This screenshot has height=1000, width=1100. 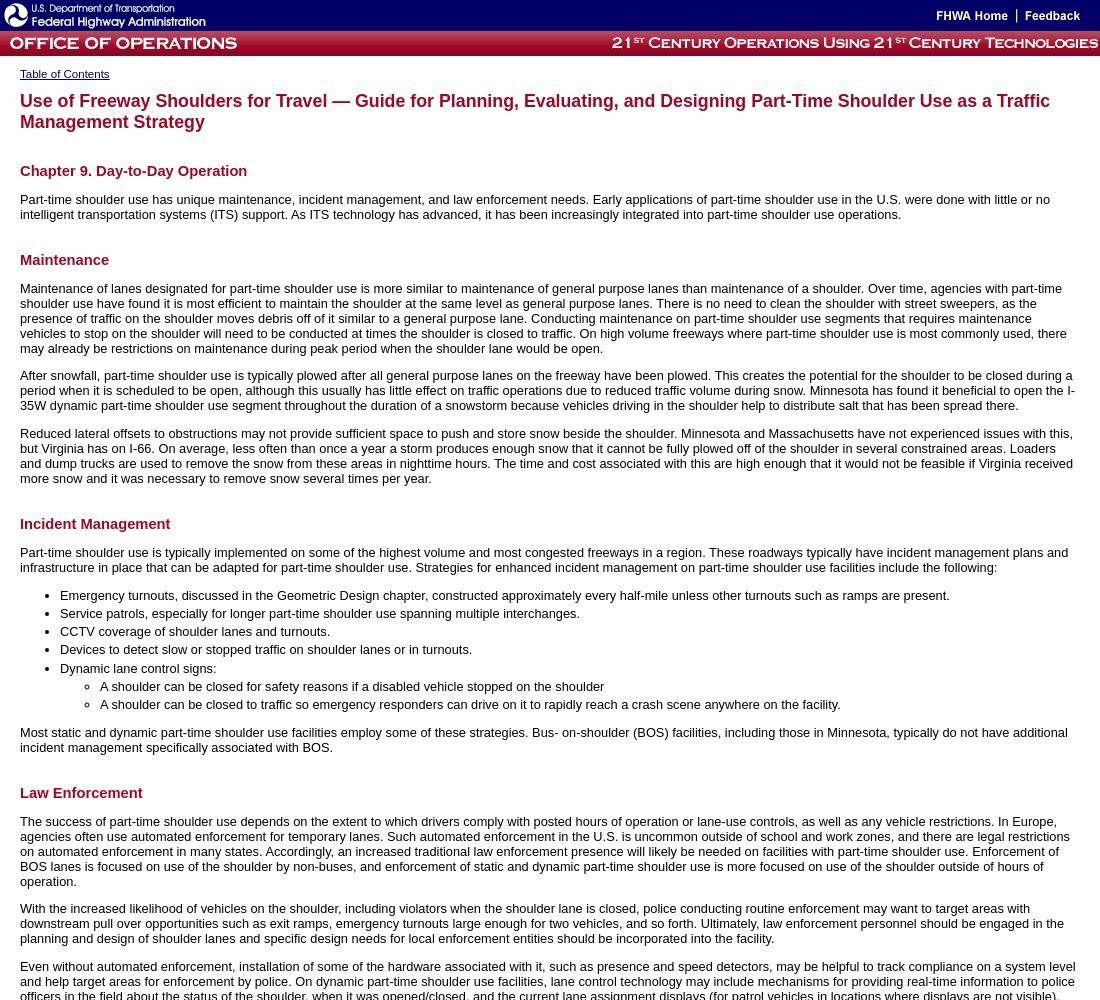 What do you see at coordinates (99, 702) in the screenshot?
I see `'A shoulder can be closed to traffic so emergency responders can drive on it to rapidly reach a crash scene anywhere on the facility.'` at bounding box center [99, 702].